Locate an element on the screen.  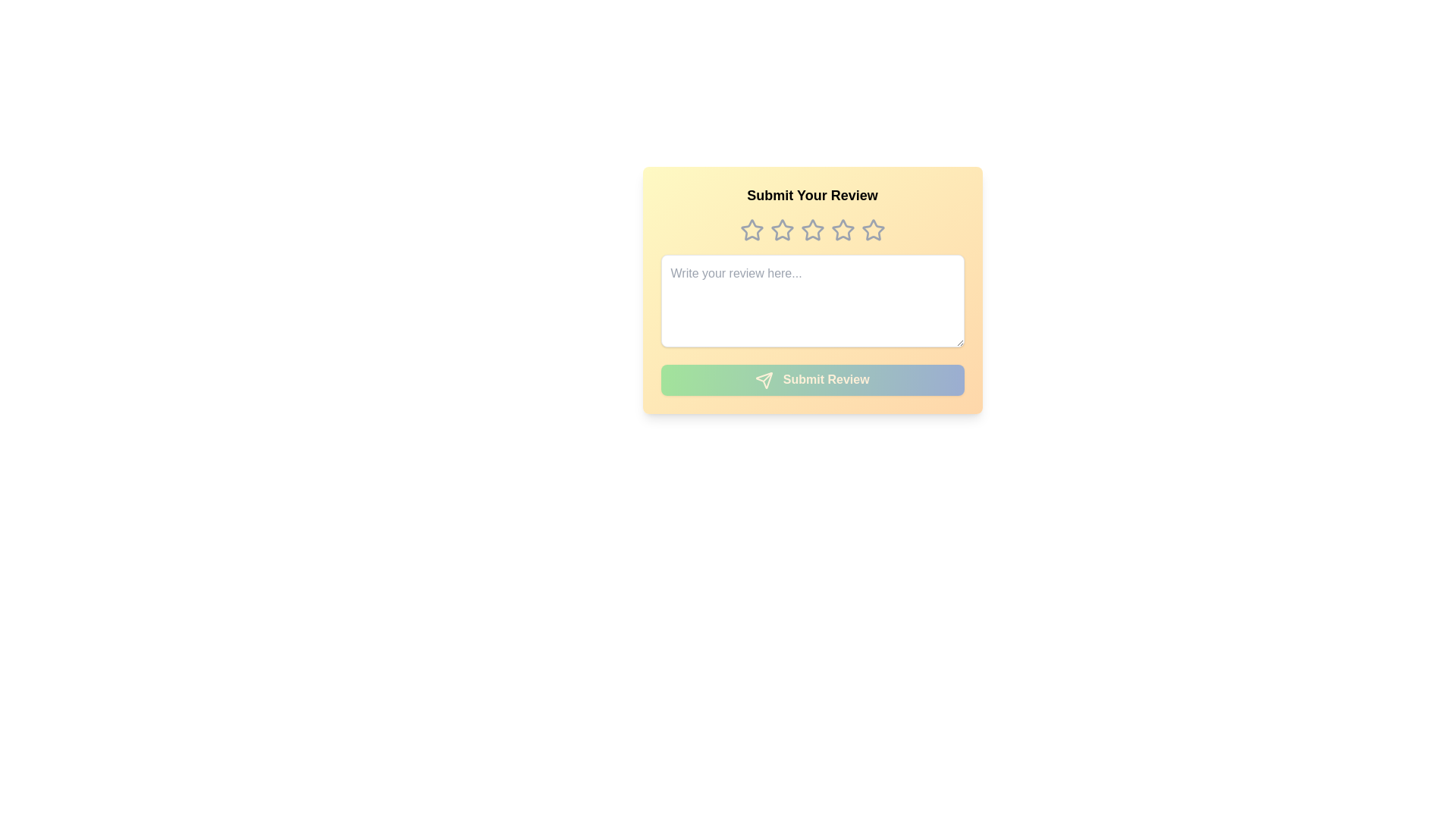
the fifth star is located at coordinates (873, 230).